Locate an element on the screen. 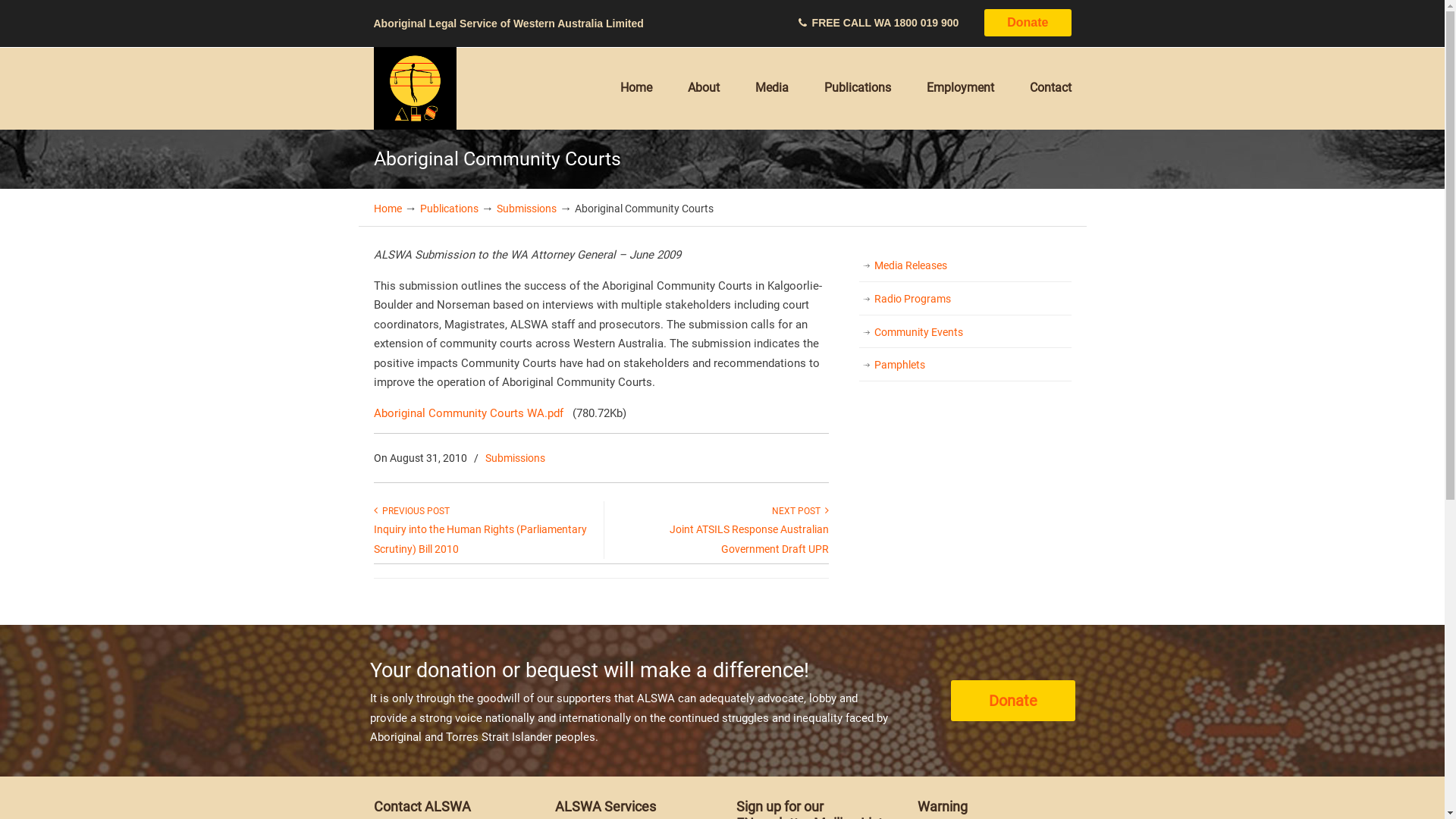 This screenshot has height=819, width=1456. 'Radio Programs' is located at coordinates (858, 299).